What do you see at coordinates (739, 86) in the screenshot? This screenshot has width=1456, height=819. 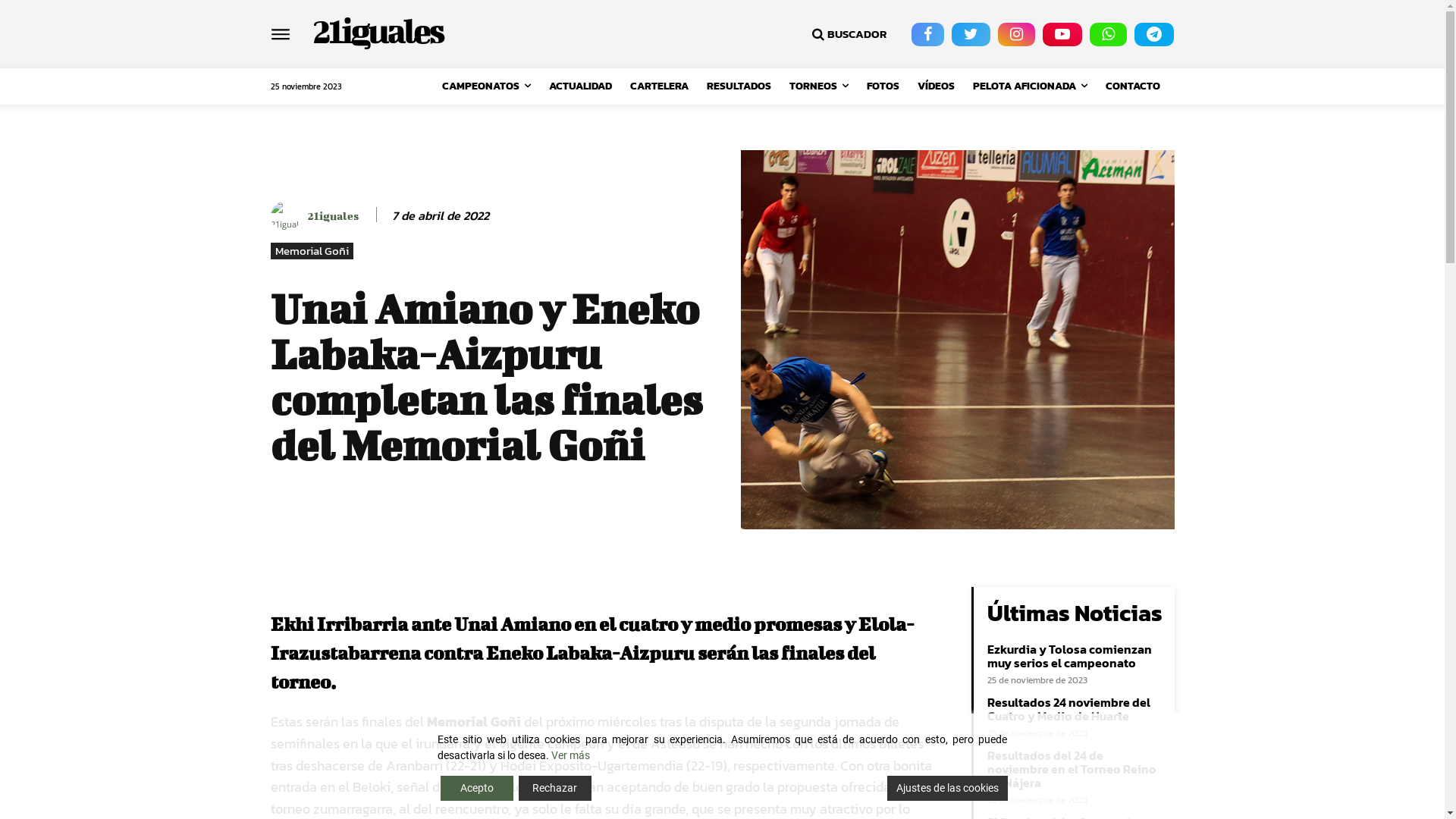 I see `'RESULTADOS'` at bounding box center [739, 86].